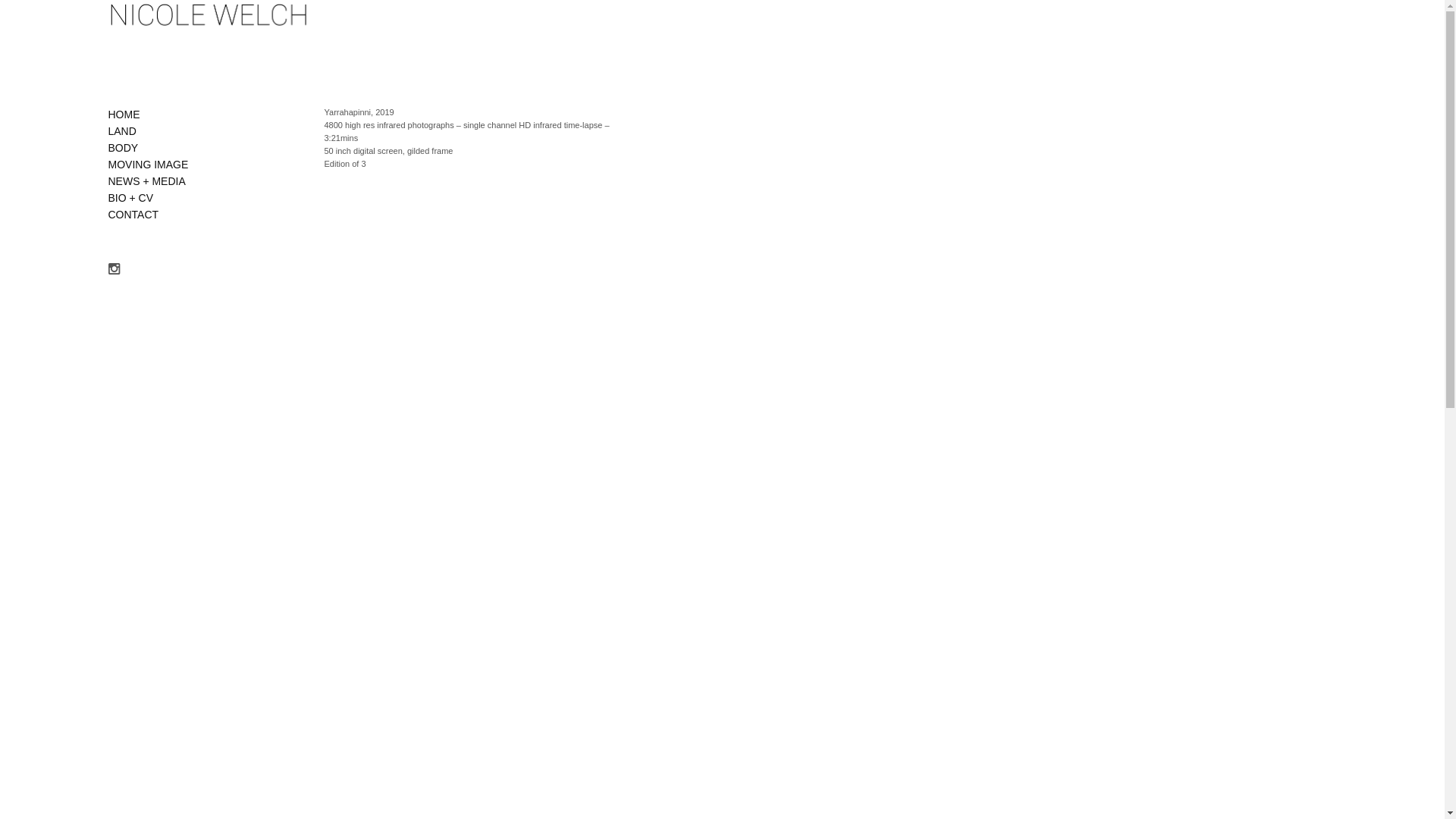  What do you see at coordinates (121, 130) in the screenshot?
I see `'LAND'` at bounding box center [121, 130].